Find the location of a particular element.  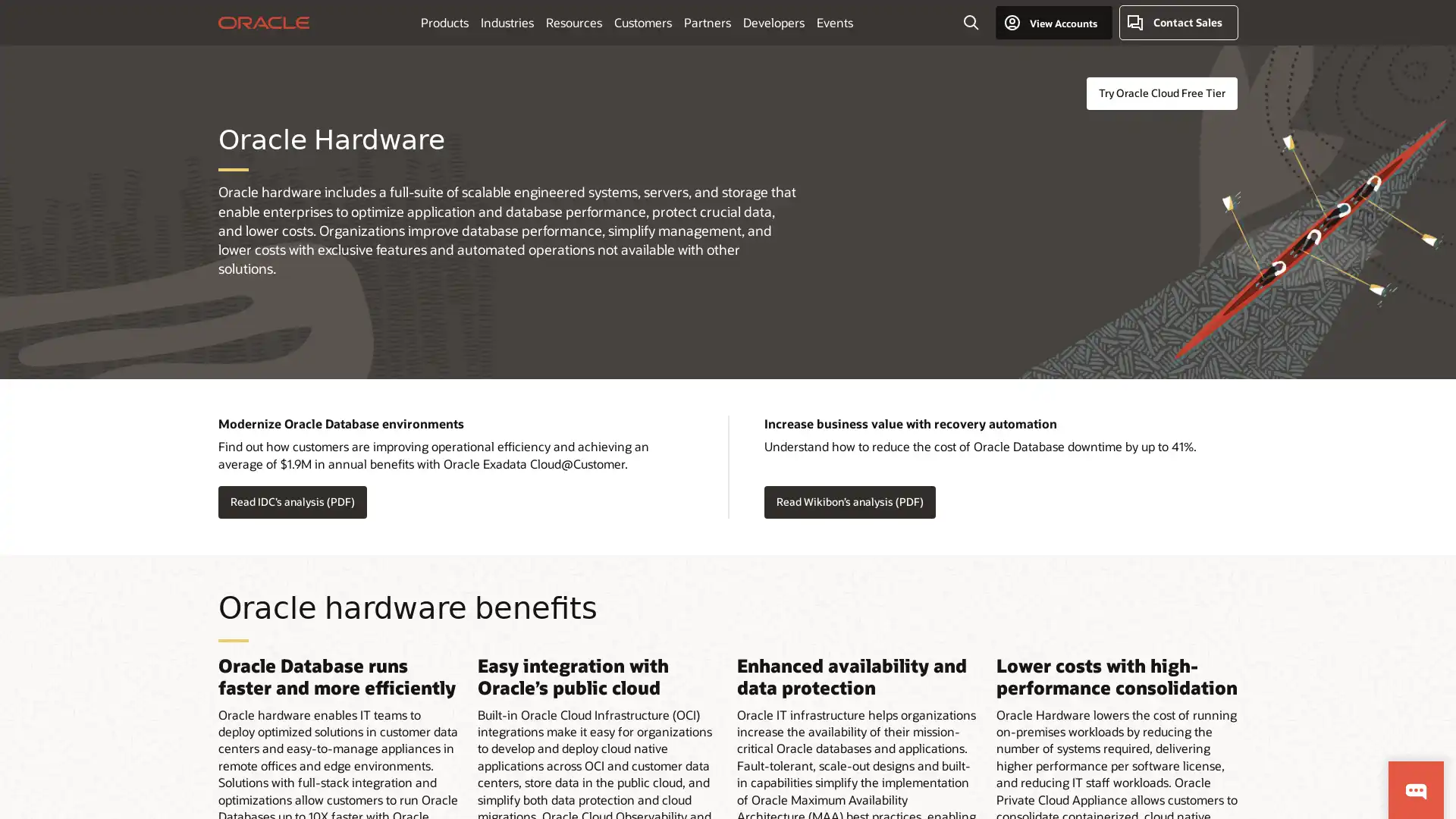

View Accounts is located at coordinates (1053, 23).